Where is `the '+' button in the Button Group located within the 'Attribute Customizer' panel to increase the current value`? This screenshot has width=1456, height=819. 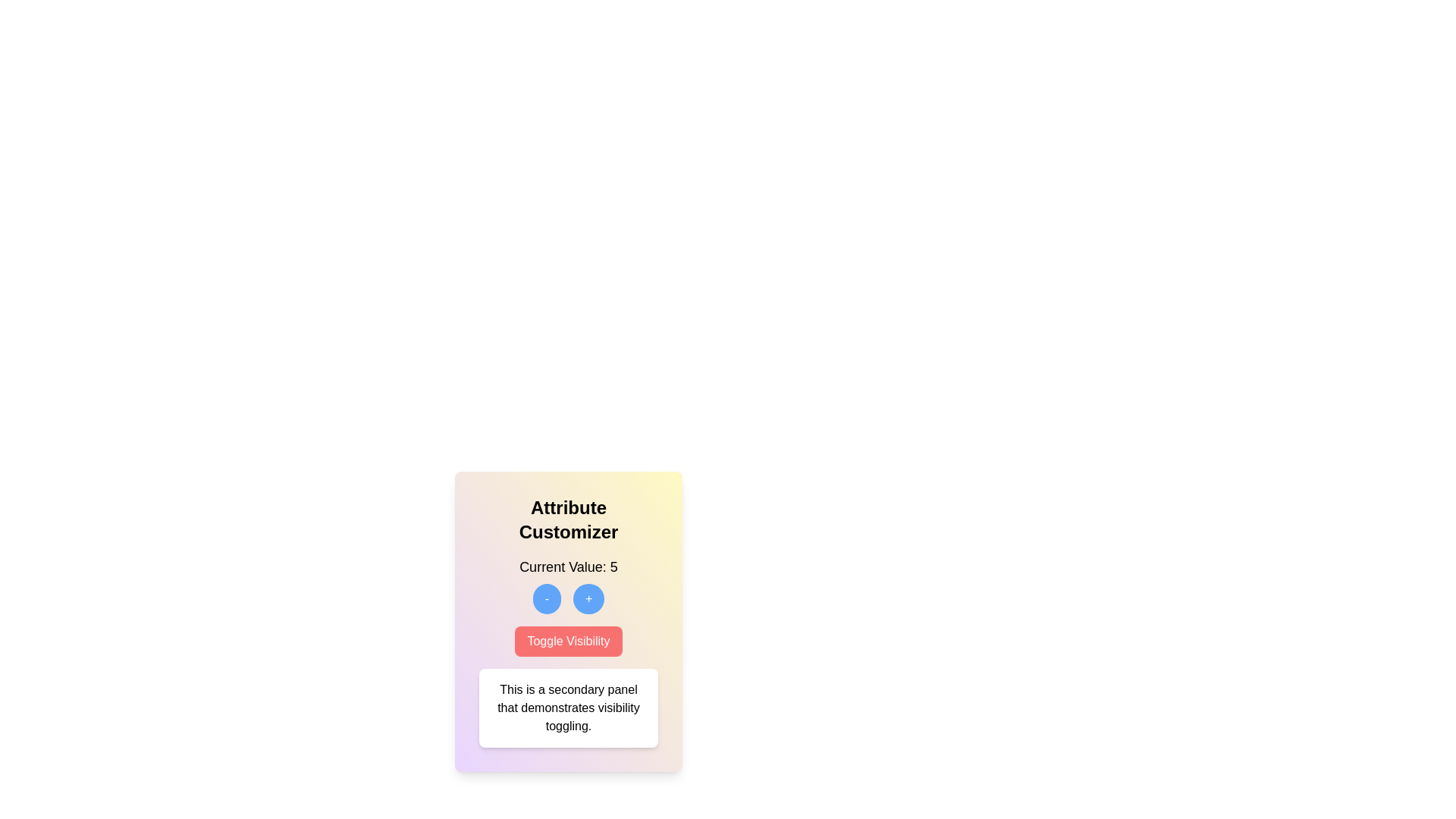 the '+' button in the Button Group located within the 'Attribute Customizer' panel to increase the current value is located at coordinates (567, 598).